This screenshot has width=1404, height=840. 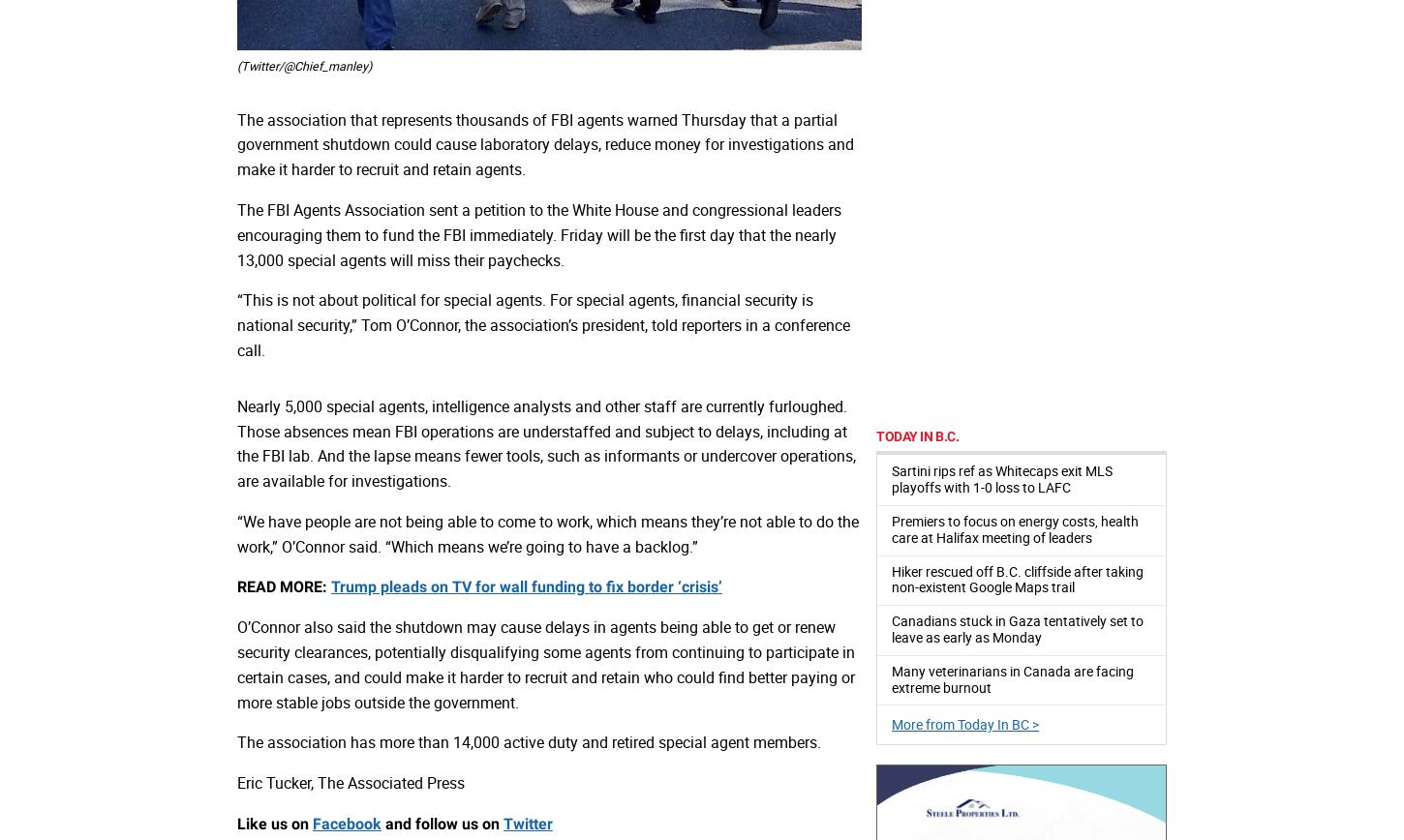 What do you see at coordinates (543, 324) in the screenshot?
I see `'“This is not about political for special agents. For special agents, financial security is national security,” Tom O’Connor, the association’s president, told reporters in a conference call.'` at bounding box center [543, 324].